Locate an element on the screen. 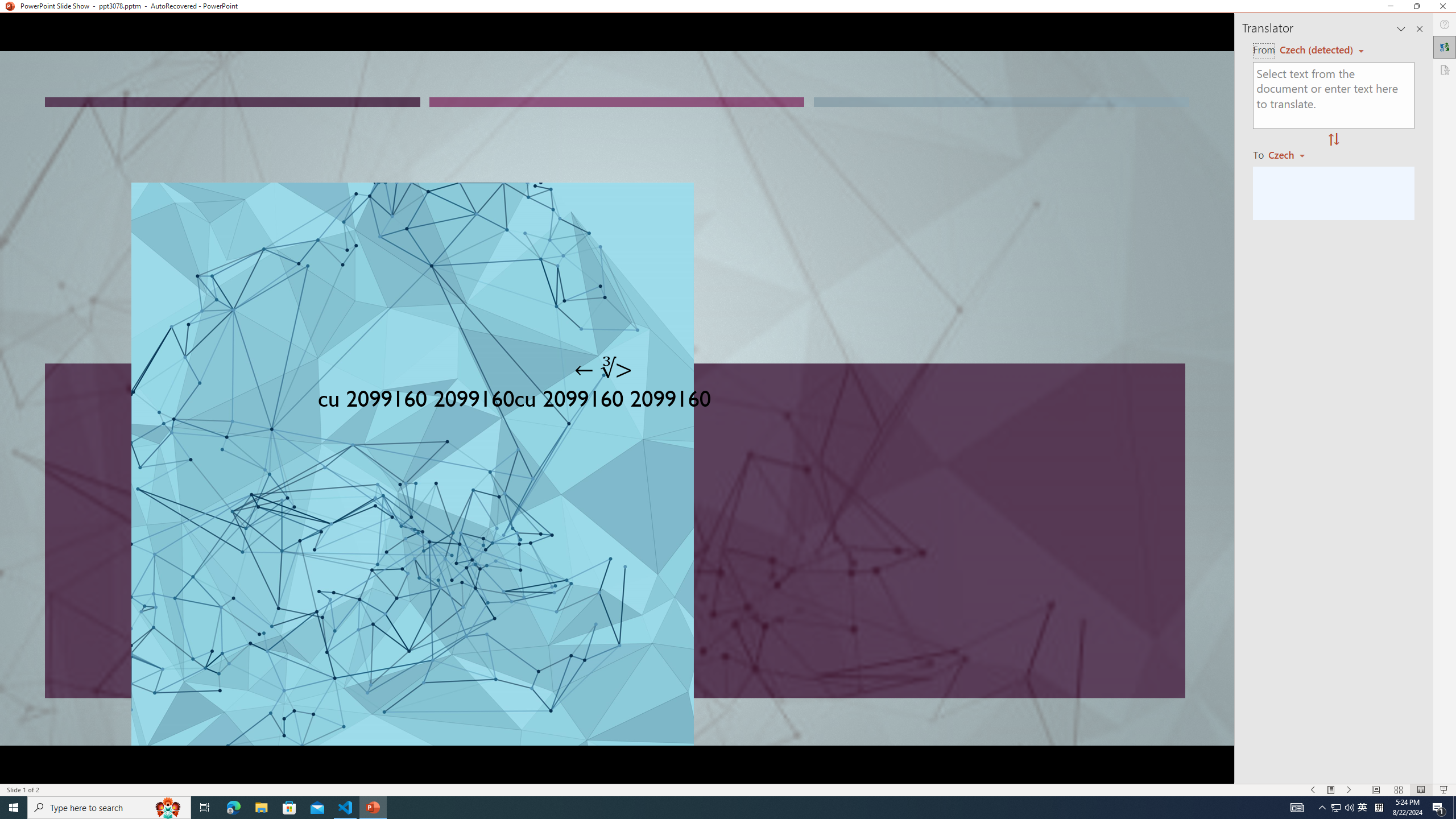  'Czech' is located at coordinates (1291, 154).